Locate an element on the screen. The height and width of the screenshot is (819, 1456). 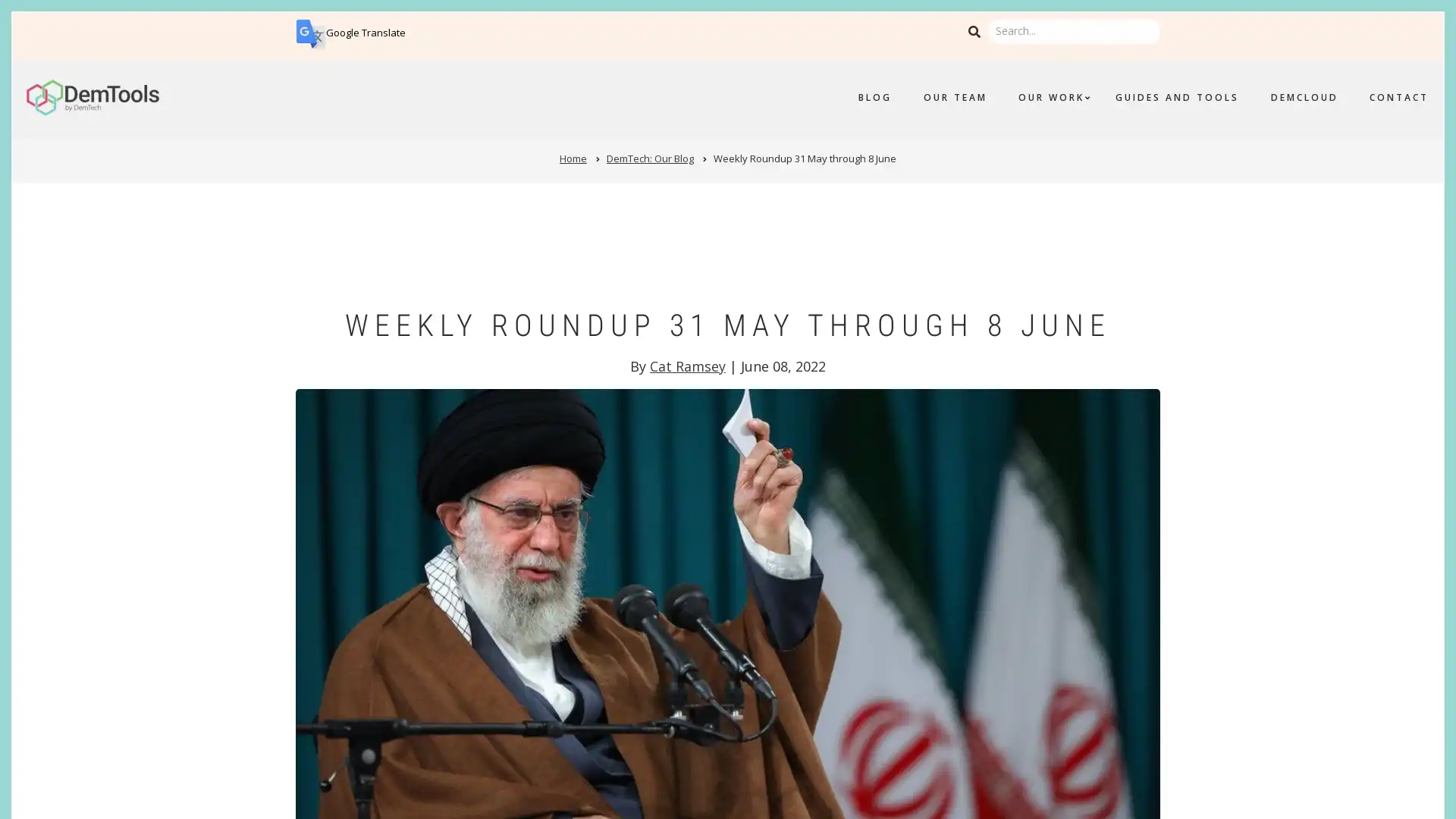
Search is located at coordinates (974, 32).